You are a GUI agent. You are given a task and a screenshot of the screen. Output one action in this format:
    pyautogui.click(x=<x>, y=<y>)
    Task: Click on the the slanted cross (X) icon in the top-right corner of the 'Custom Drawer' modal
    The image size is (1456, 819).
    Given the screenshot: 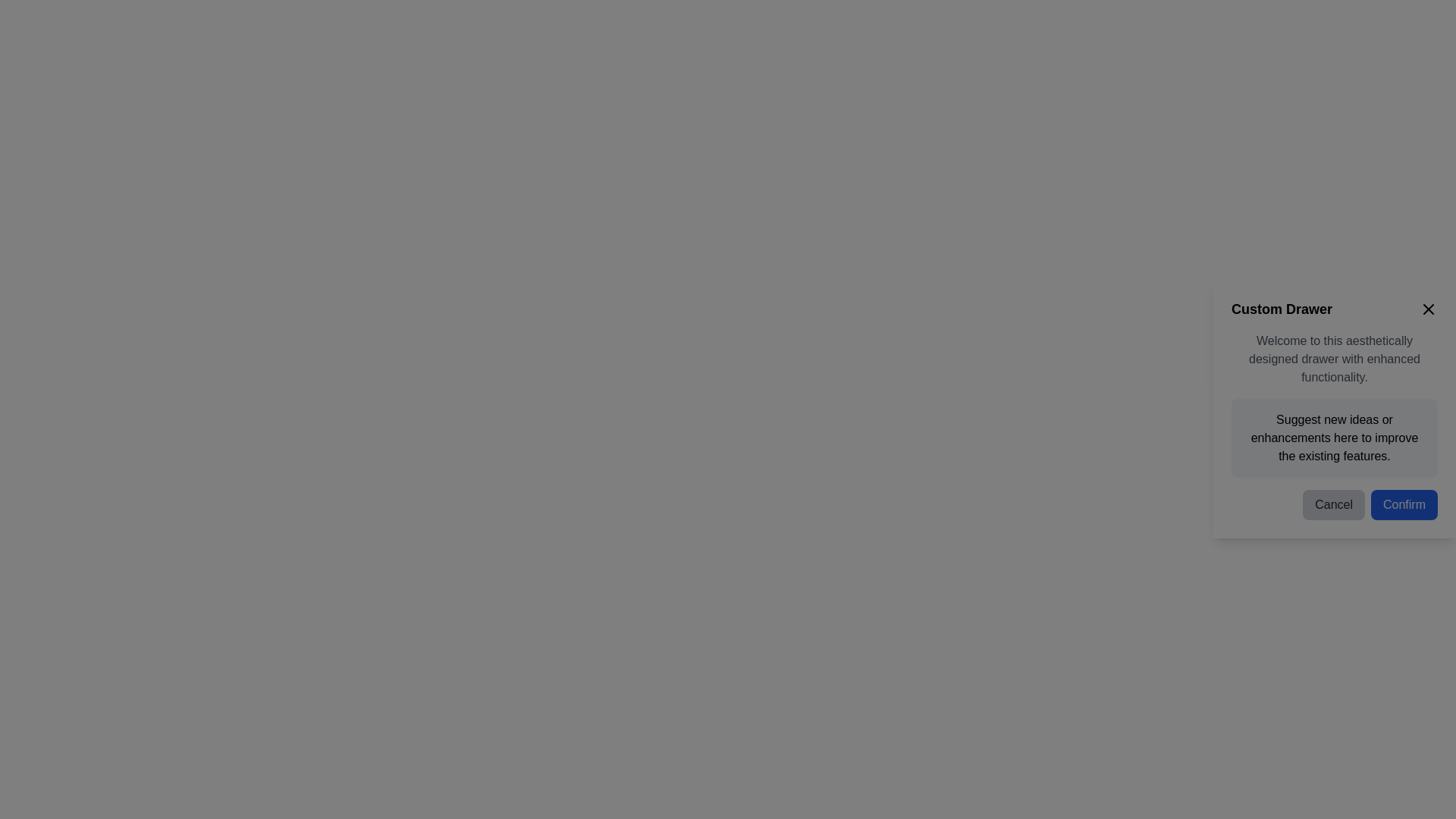 What is the action you would take?
    pyautogui.click(x=1427, y=309)
    